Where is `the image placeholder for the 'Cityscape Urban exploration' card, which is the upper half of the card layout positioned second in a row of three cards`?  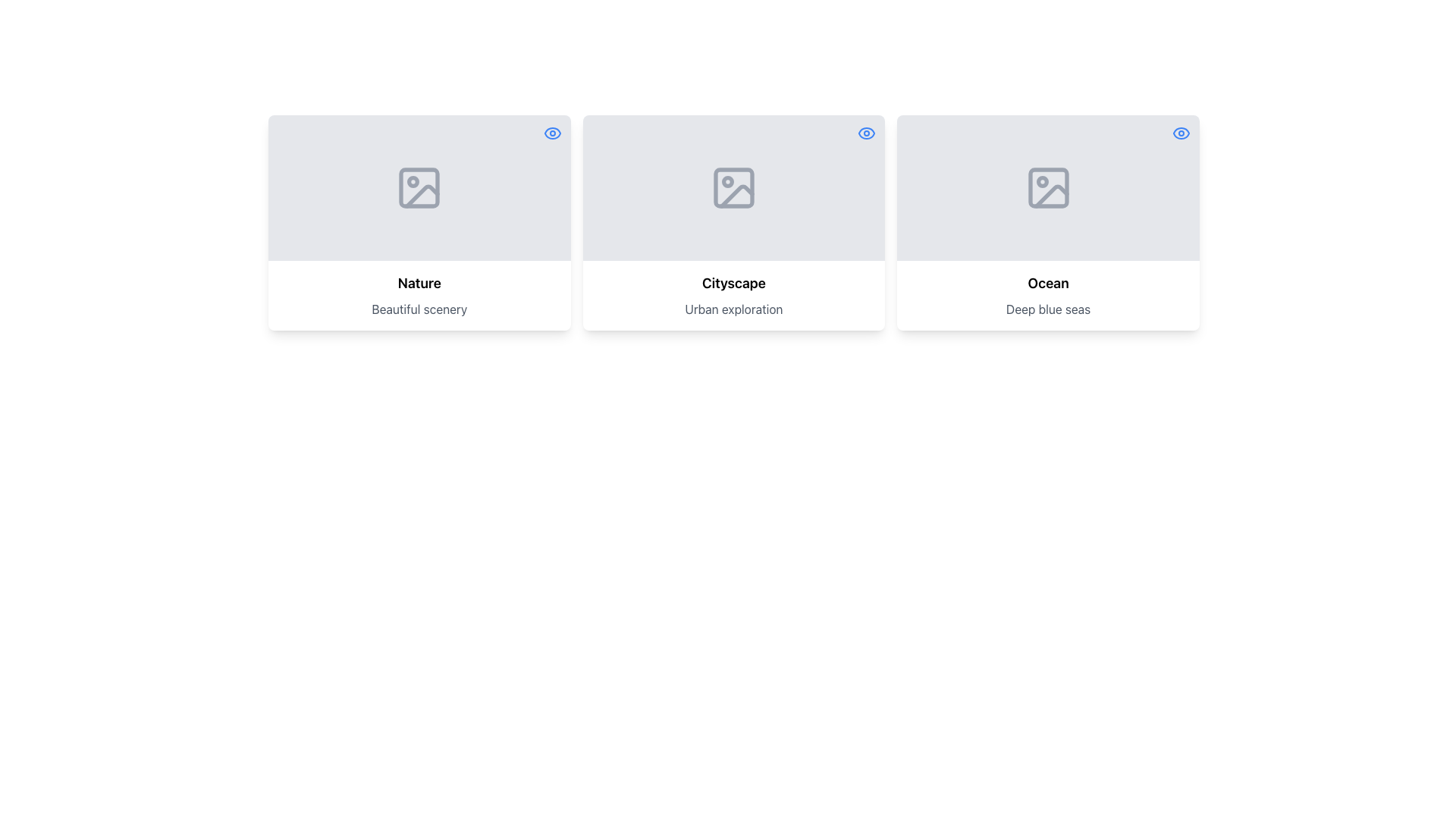 the image placeholder for the 'Cityscape Urban exploration' card, which is the upper half of the card layout positioned second in a row of three cards is located at coordinates (734, 187).